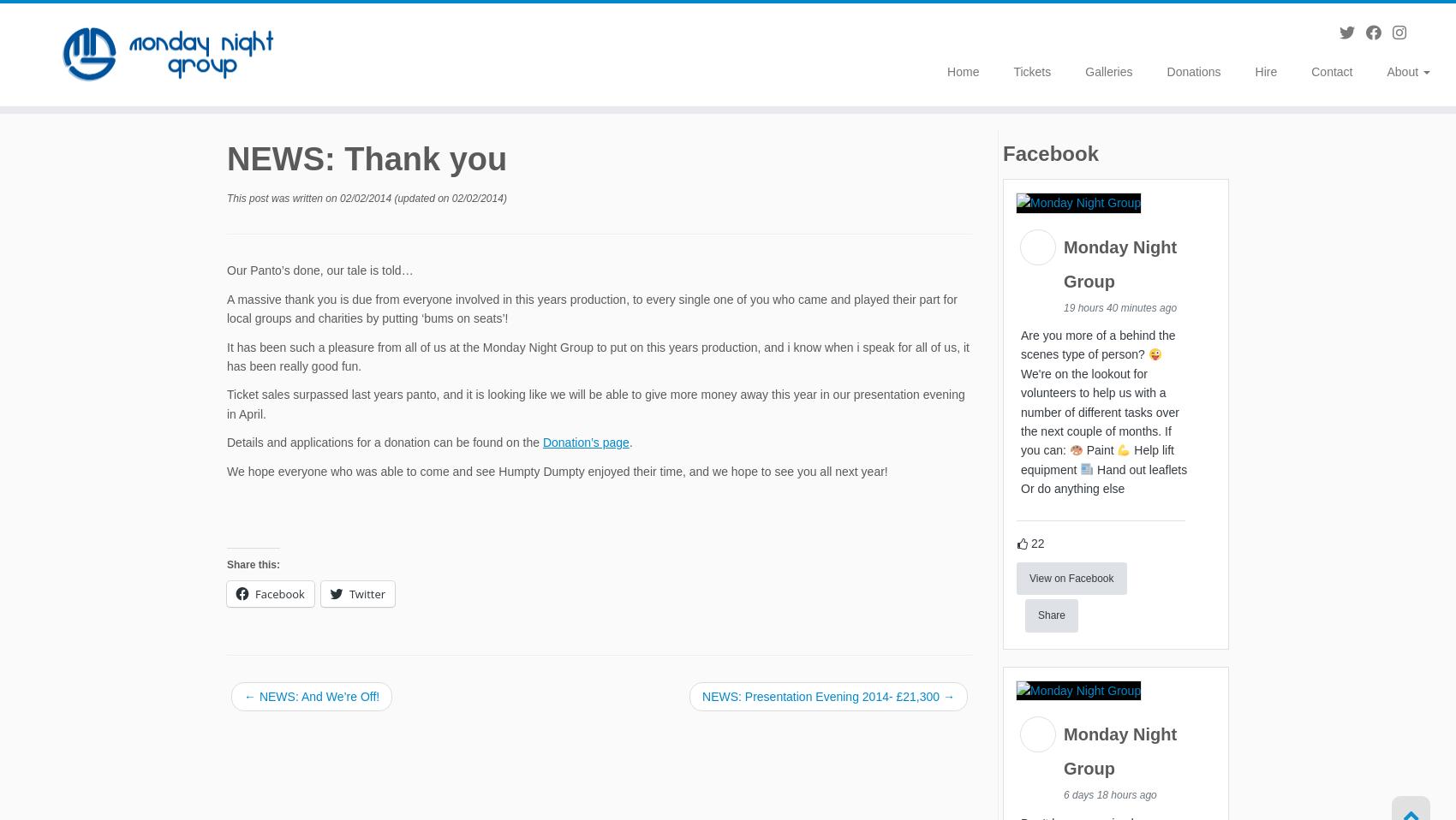  I want to click on 'Twitter', so click(347, 596).